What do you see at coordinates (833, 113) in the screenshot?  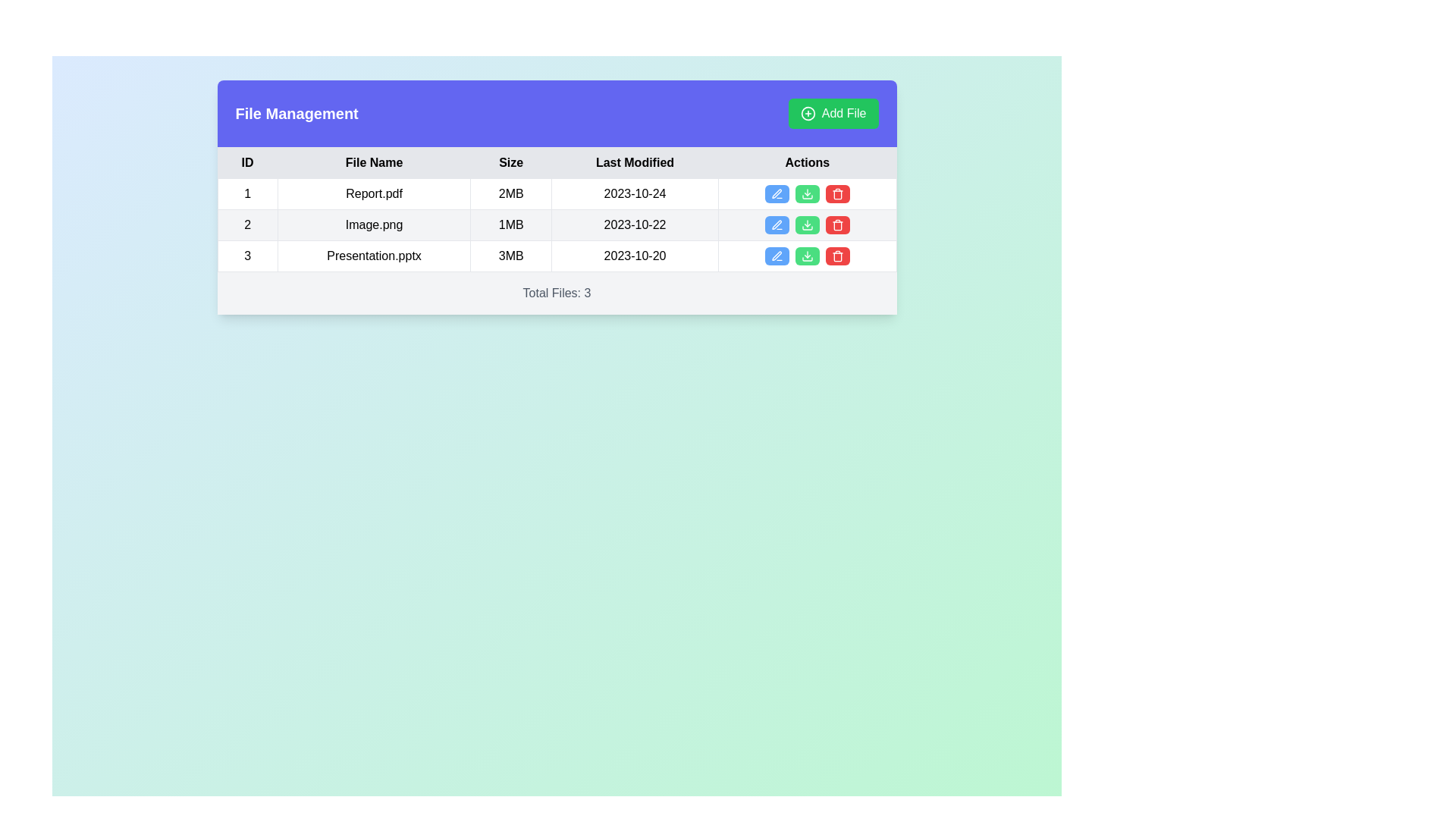 I see `the 'Add File' button, which is a rectangular button with a green background and white text, located at the top-right corner of the 'File Management' card` at bounding box center [833, 113].